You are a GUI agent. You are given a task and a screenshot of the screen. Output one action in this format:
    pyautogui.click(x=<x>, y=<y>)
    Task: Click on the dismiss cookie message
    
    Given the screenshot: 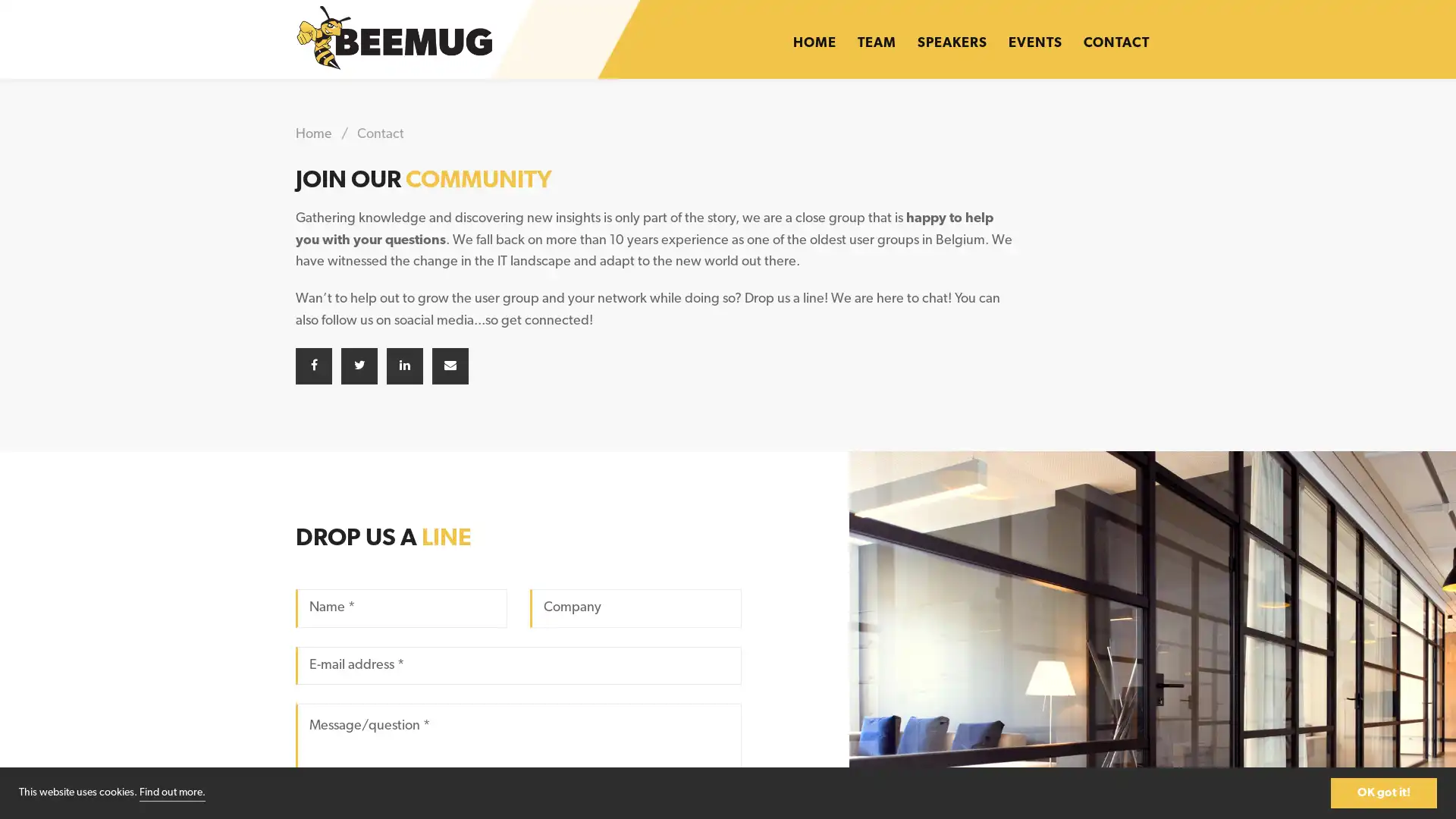 What is the action you would take?
    pyautogui.click(x=1383, y=792)
    